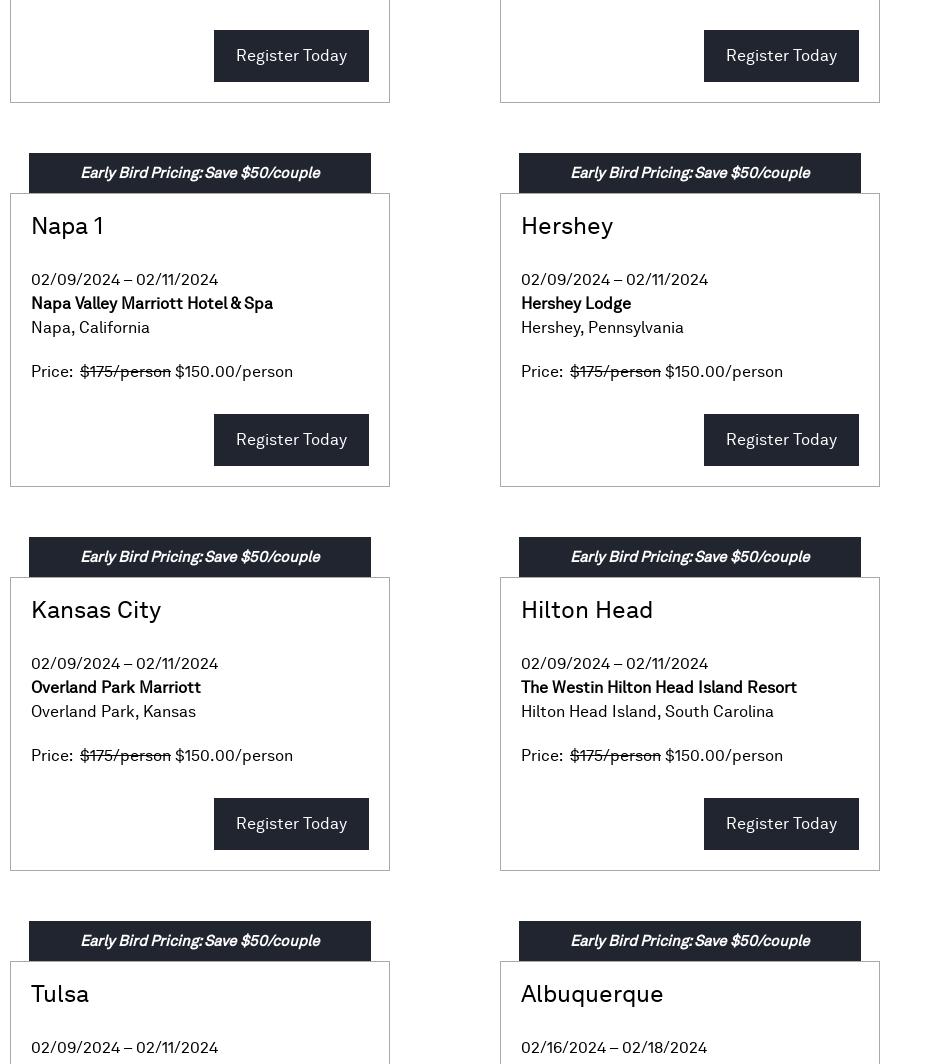 This screenshot has height=1064, width=950. What do you see at coordinates (665, 711) in the screenshot?
I see `'South Carolina'` at bounding box center [665, 711].